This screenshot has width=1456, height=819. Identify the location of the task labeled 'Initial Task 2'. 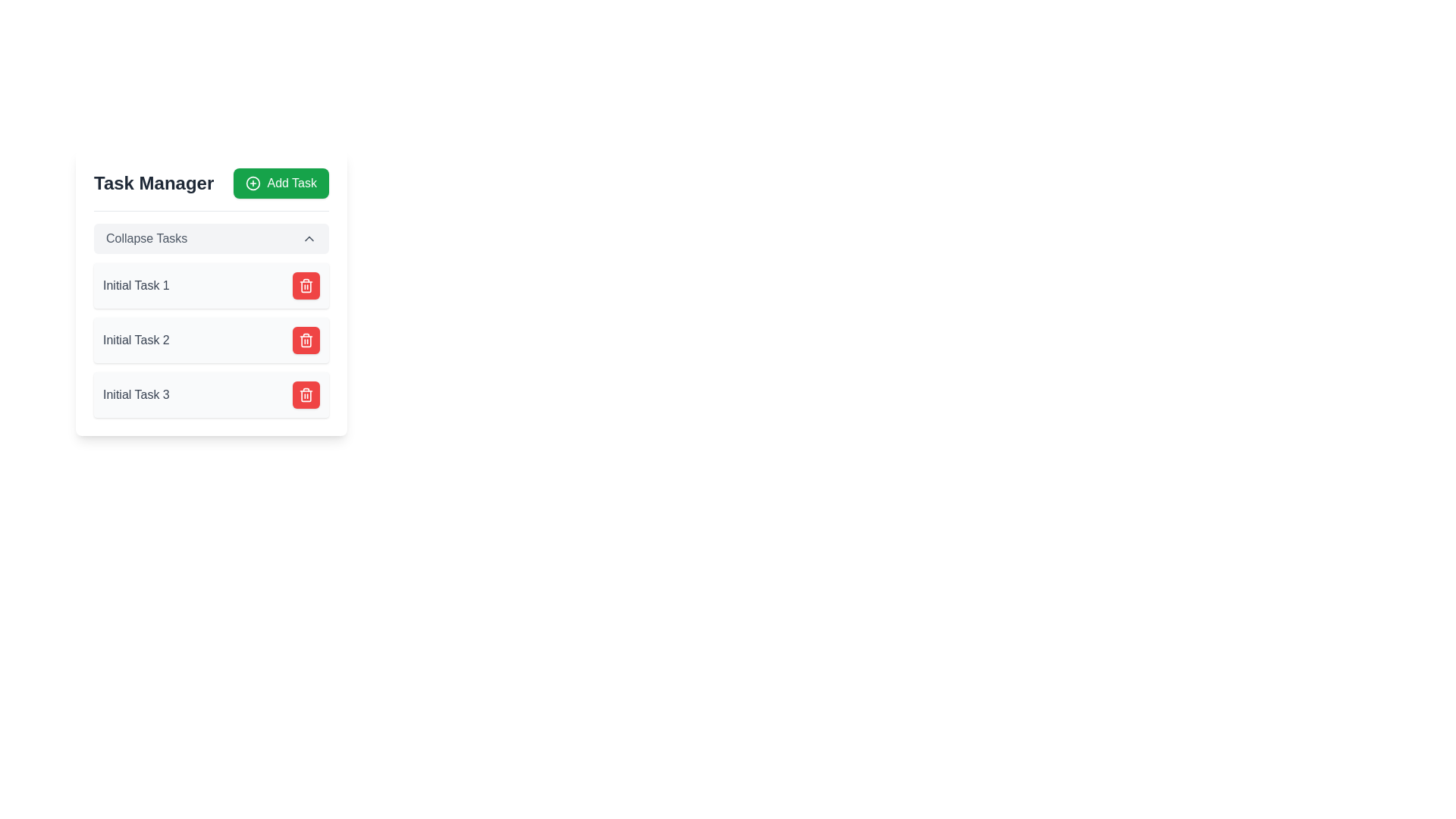
(210, 339).